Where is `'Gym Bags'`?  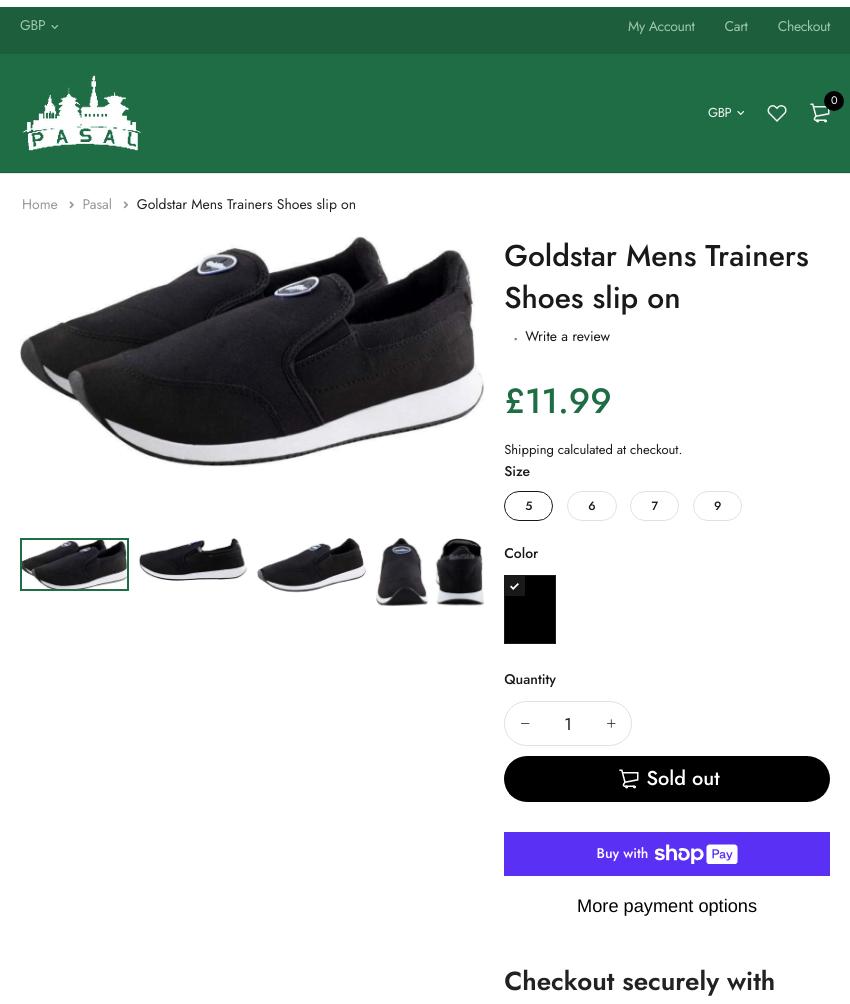 'Gym Bags' is located at coordinates (4, 225).